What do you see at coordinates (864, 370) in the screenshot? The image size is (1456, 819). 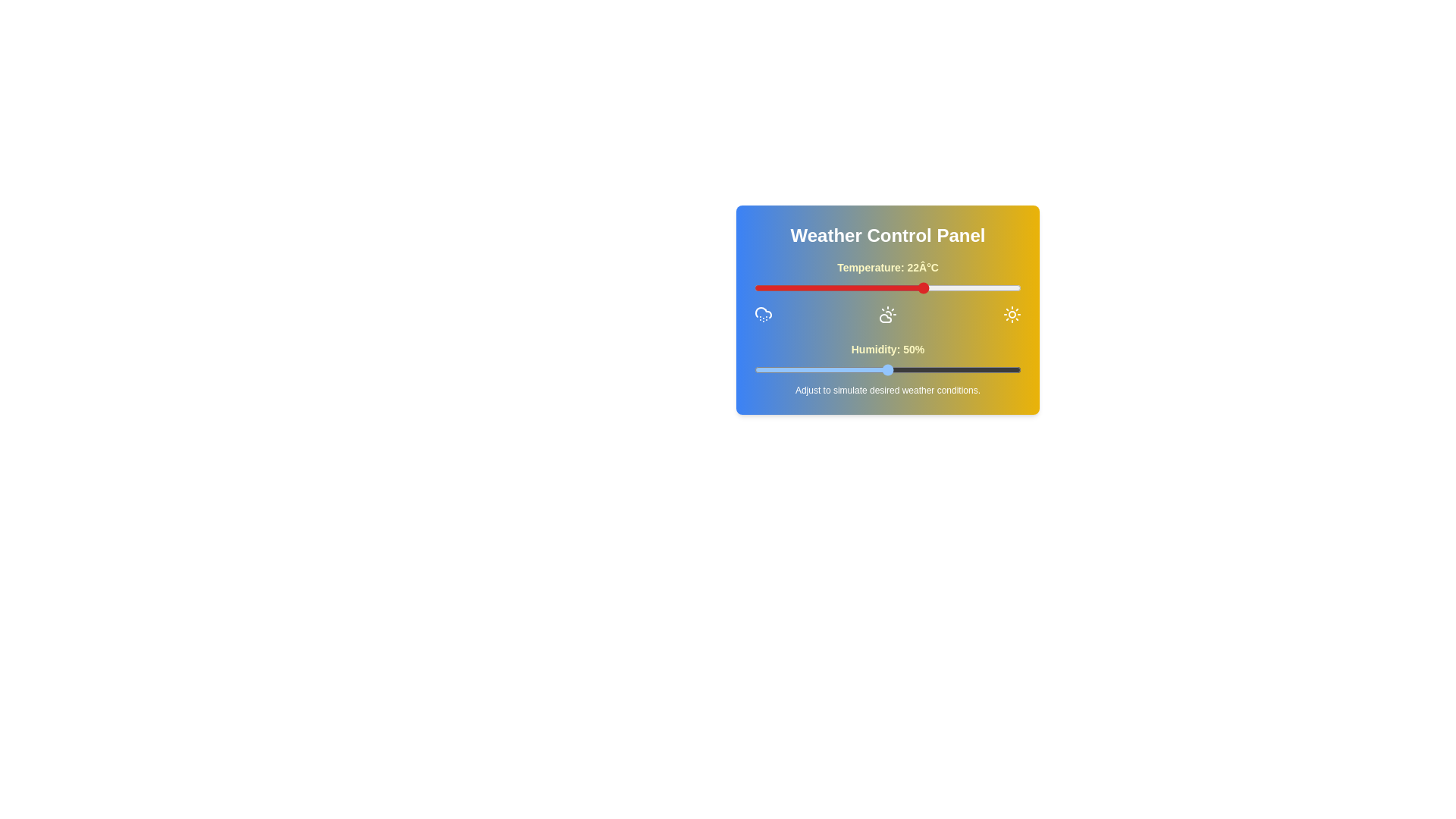 I see `humidity` at bounding box center [864, 370].